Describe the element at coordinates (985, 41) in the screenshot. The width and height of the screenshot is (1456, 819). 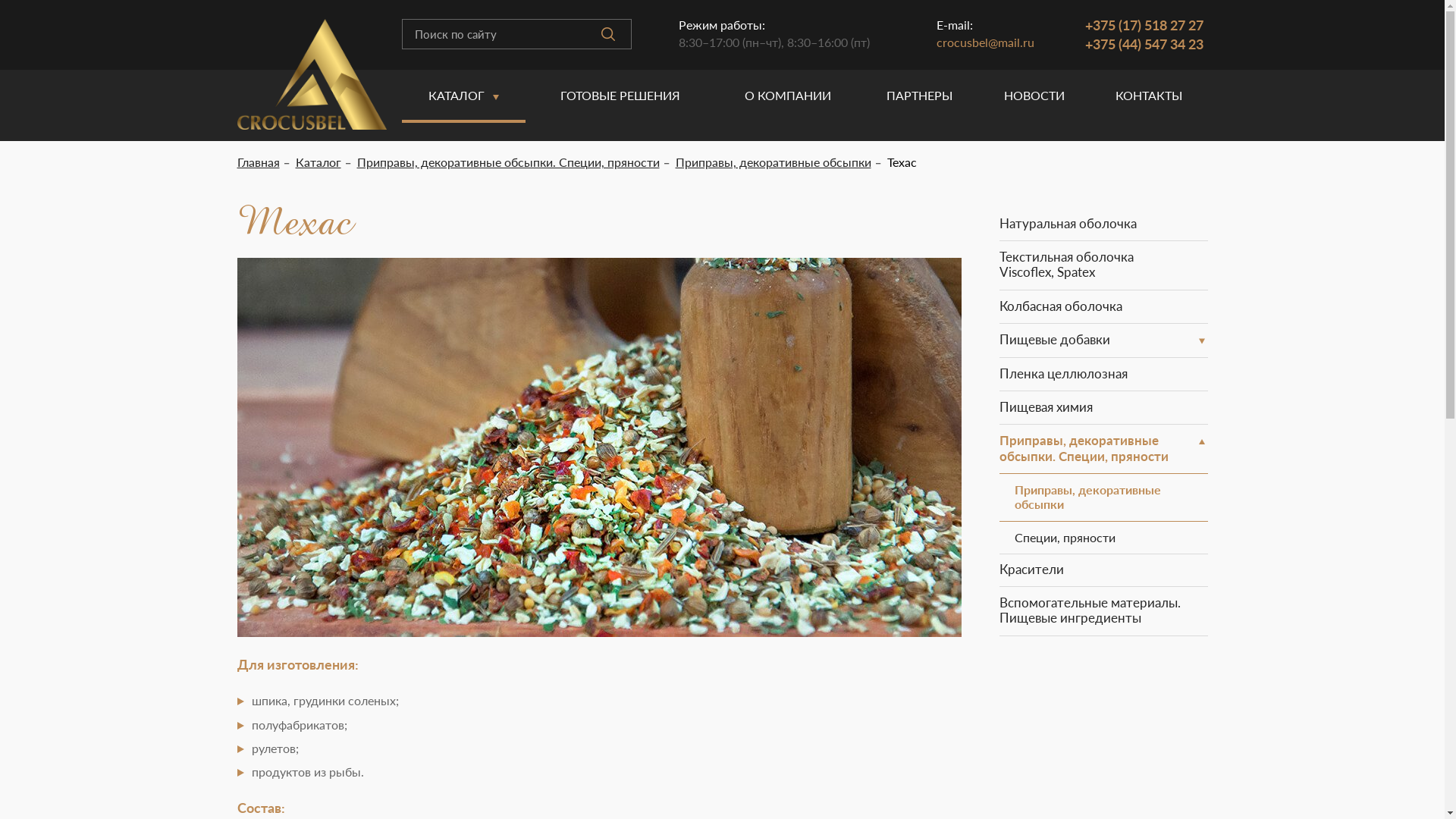
I see `'crocusbel@mail.ru'` at that location.